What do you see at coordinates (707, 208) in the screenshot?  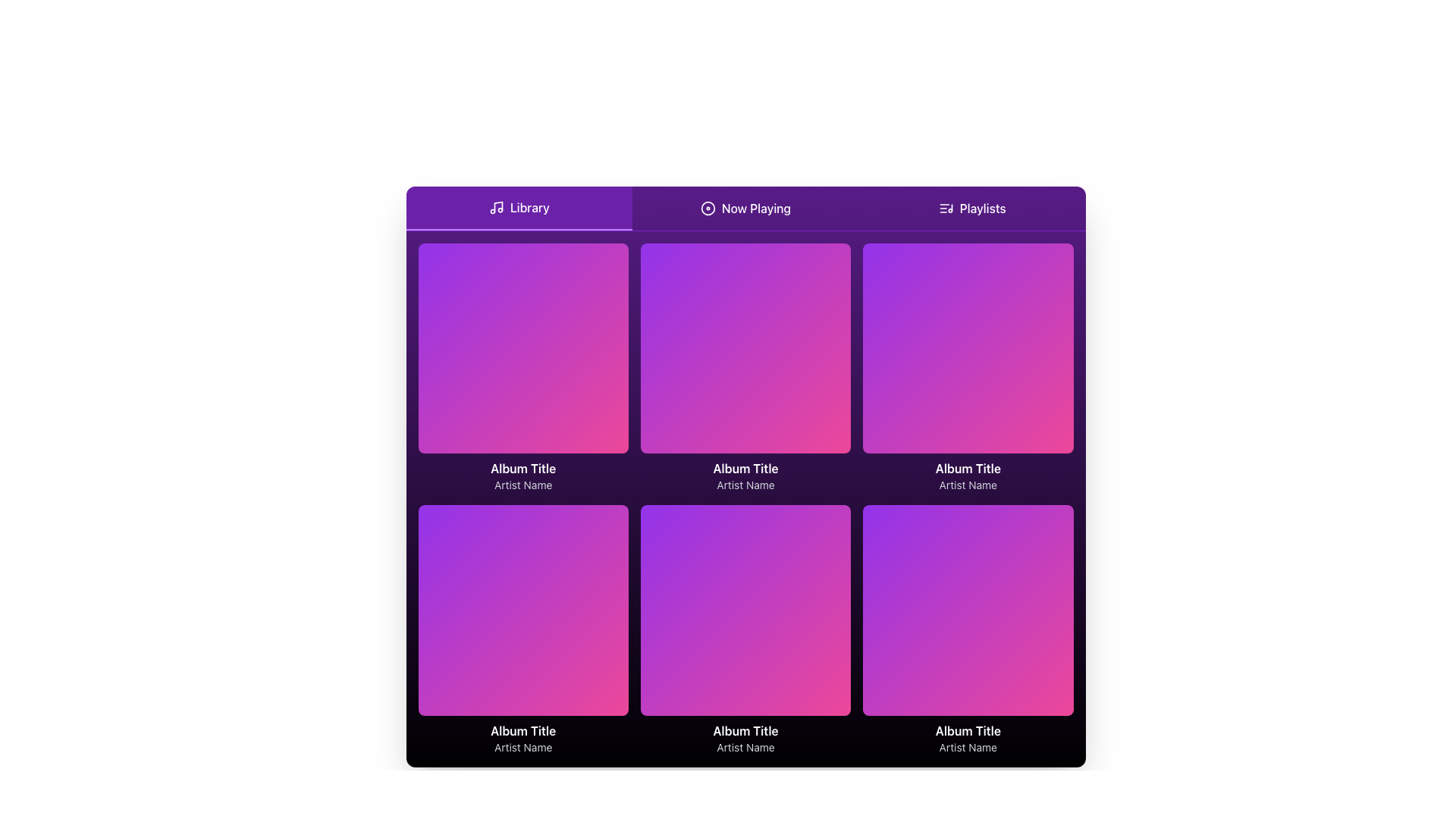 I see `the larger circular shape within the 'Now Playing' icon in the header of the application interface` at bounding box center [707, 208].